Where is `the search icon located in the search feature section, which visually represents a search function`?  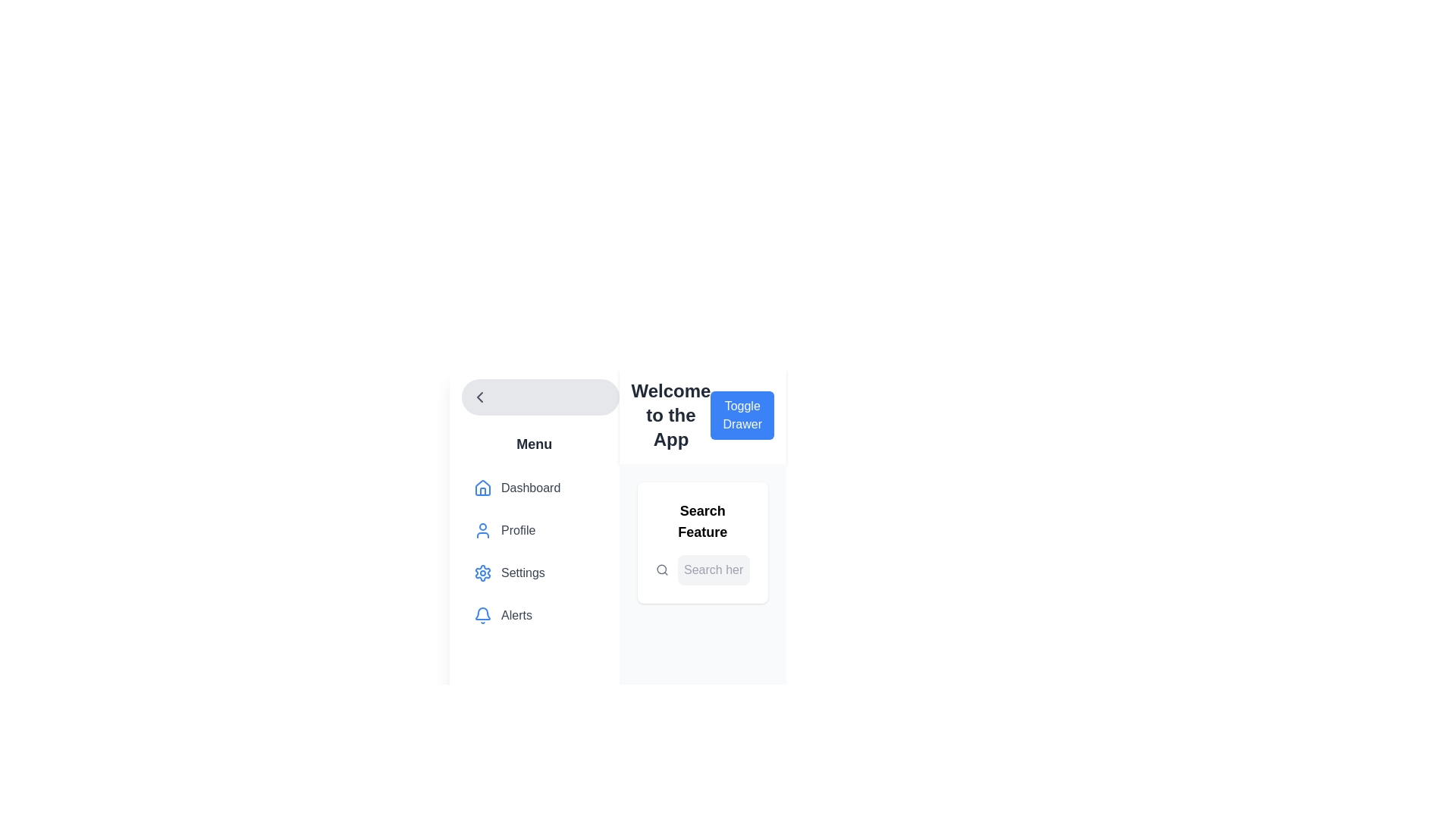 the search icon located in the search feature section, which visually represents a search function is located at coordinates (661, 570).